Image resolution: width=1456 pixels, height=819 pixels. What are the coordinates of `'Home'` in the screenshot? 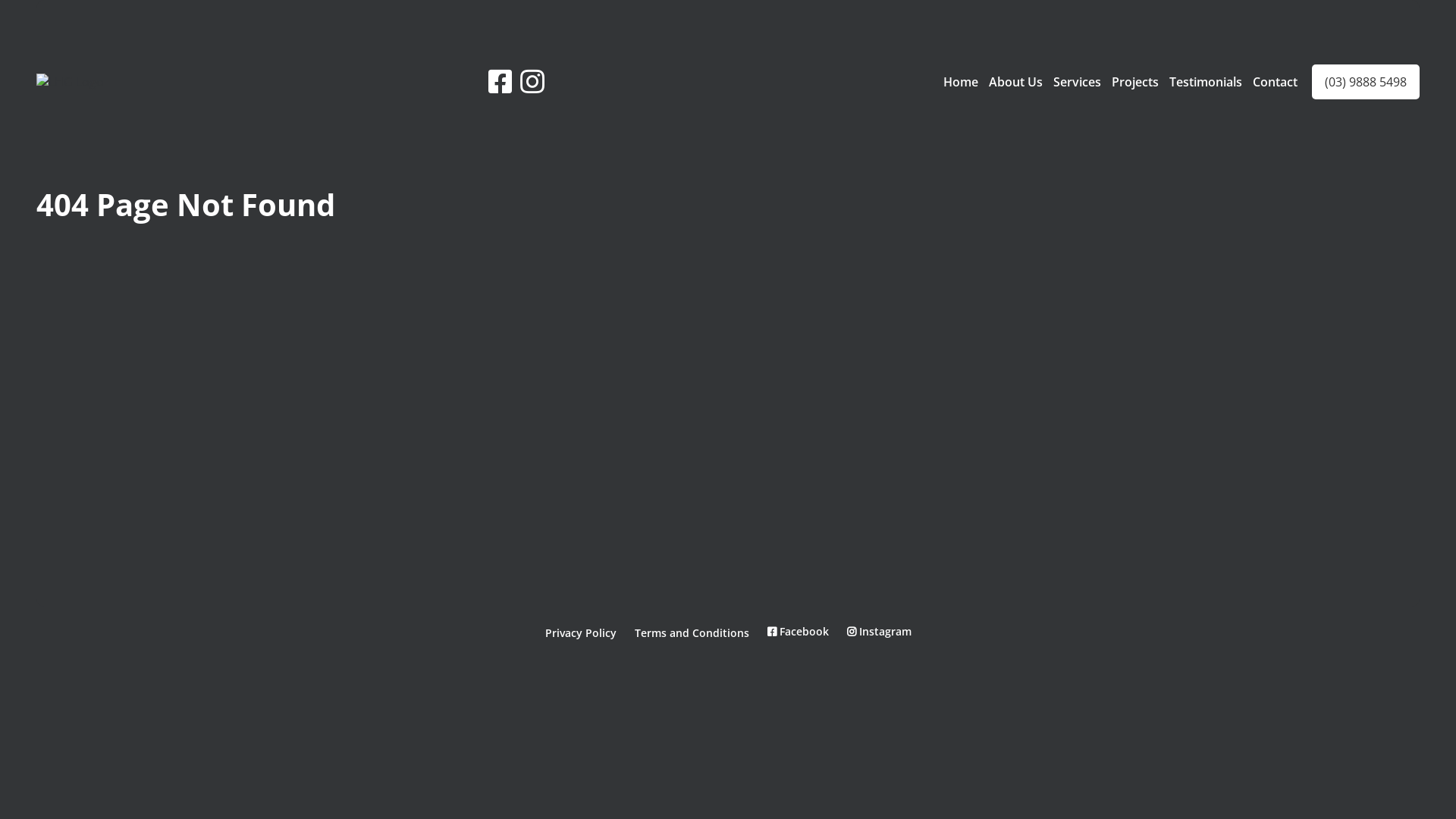 It's located at (960, 81).